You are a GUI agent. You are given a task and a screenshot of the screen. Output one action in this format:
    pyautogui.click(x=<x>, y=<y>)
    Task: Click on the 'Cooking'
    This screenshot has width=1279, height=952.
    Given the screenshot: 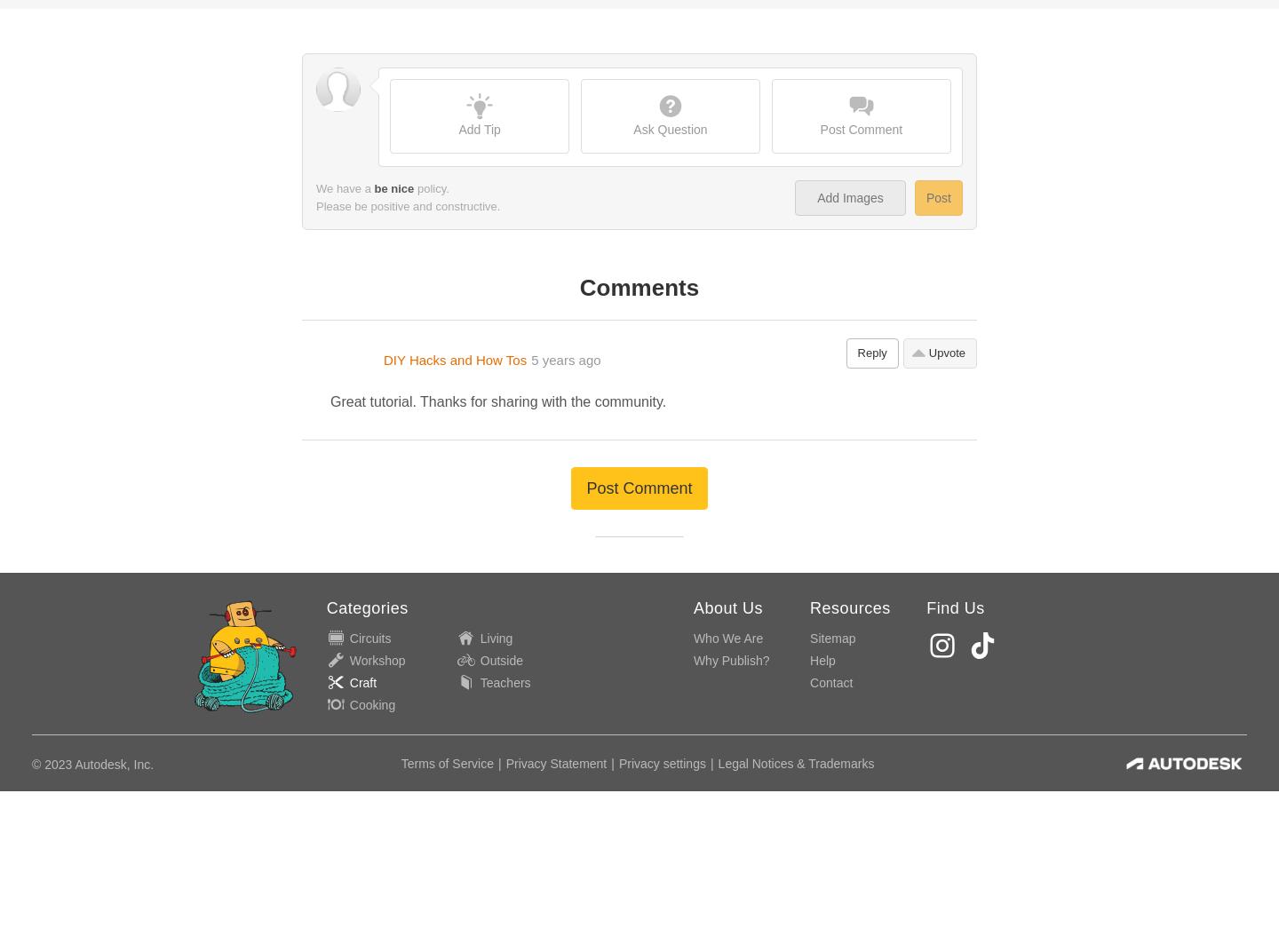 What is the action you would take?
    pyautogui.click(x=371, y=294)
    